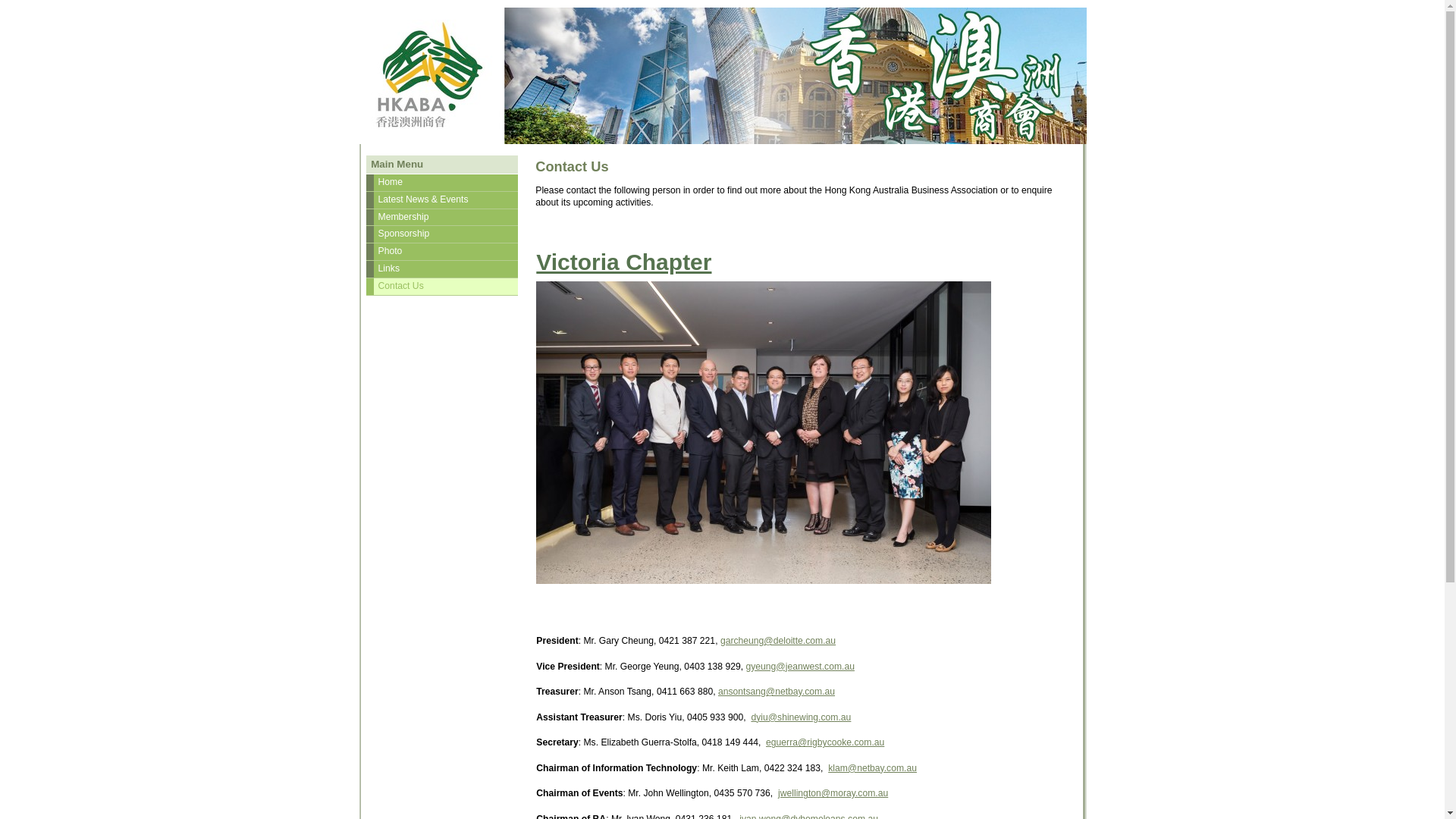 The width and height of the screenshot is (1456, 819). What do you see at coordinates (799, 666) in the screenshot?
I see `'gyeung@jeanwest.com.au'` at bounding box center [799, 666].